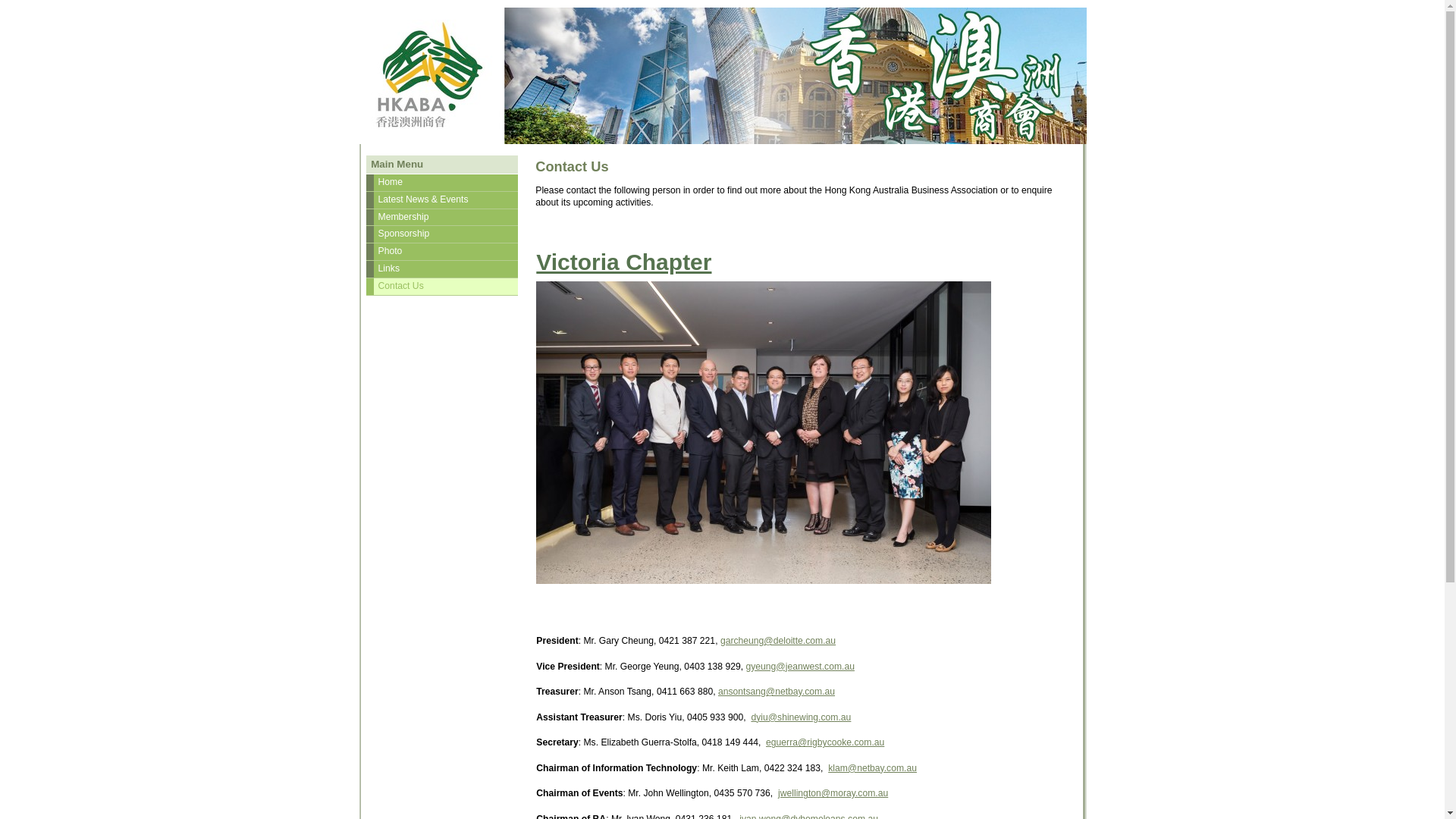 The width and height of the screenshot is (1456, 819). What do you see at coordinates (799, 666) in the screenshot?
I see `'gyeung@jeanwest.com.au'` at bounding box center [799, 666].